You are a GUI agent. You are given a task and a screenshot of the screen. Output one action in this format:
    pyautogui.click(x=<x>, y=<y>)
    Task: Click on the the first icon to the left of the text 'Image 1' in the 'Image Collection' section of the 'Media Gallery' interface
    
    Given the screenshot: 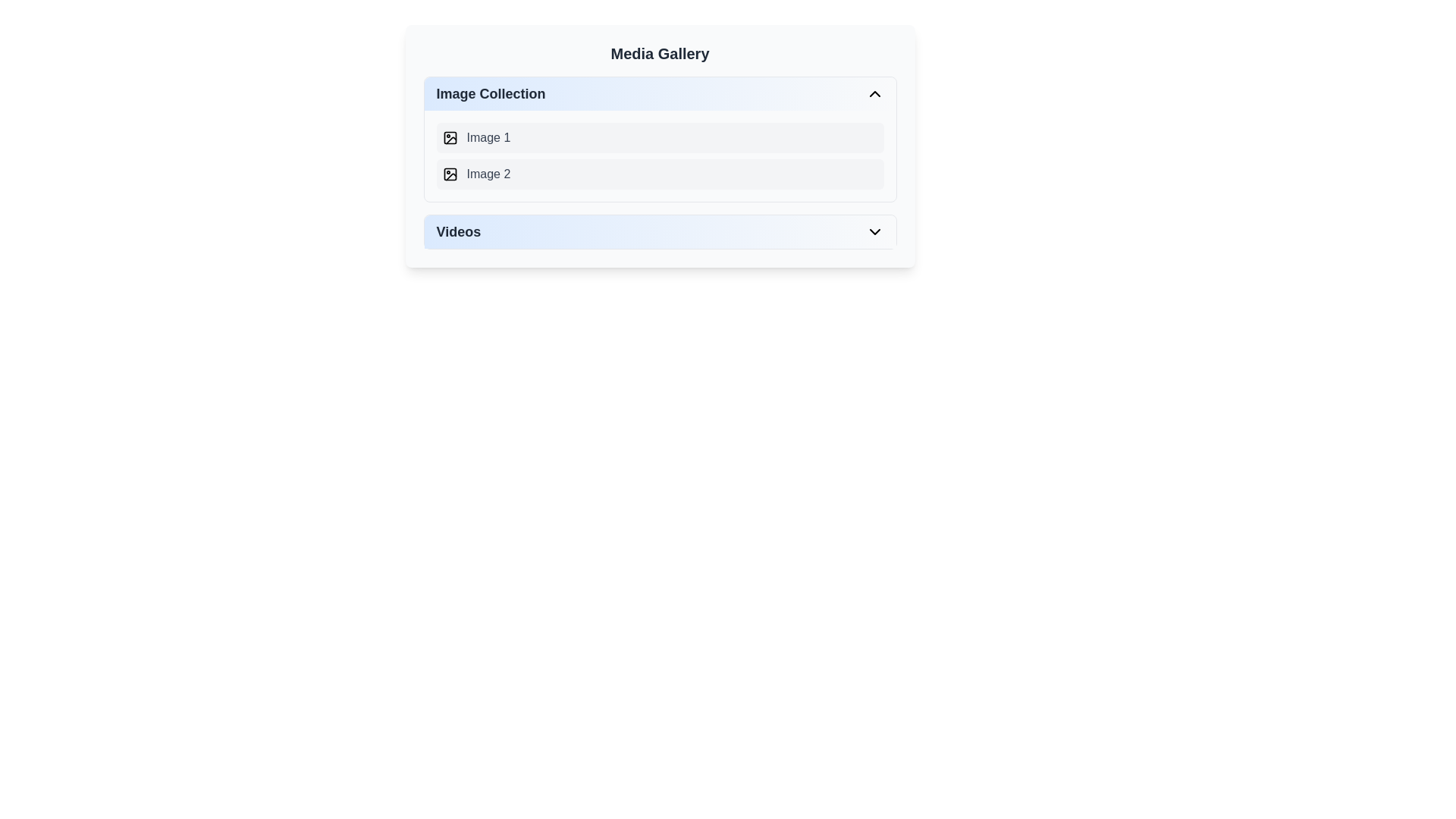 What is the action you would take?
    pyautogui.click(x=449, y=137)
    